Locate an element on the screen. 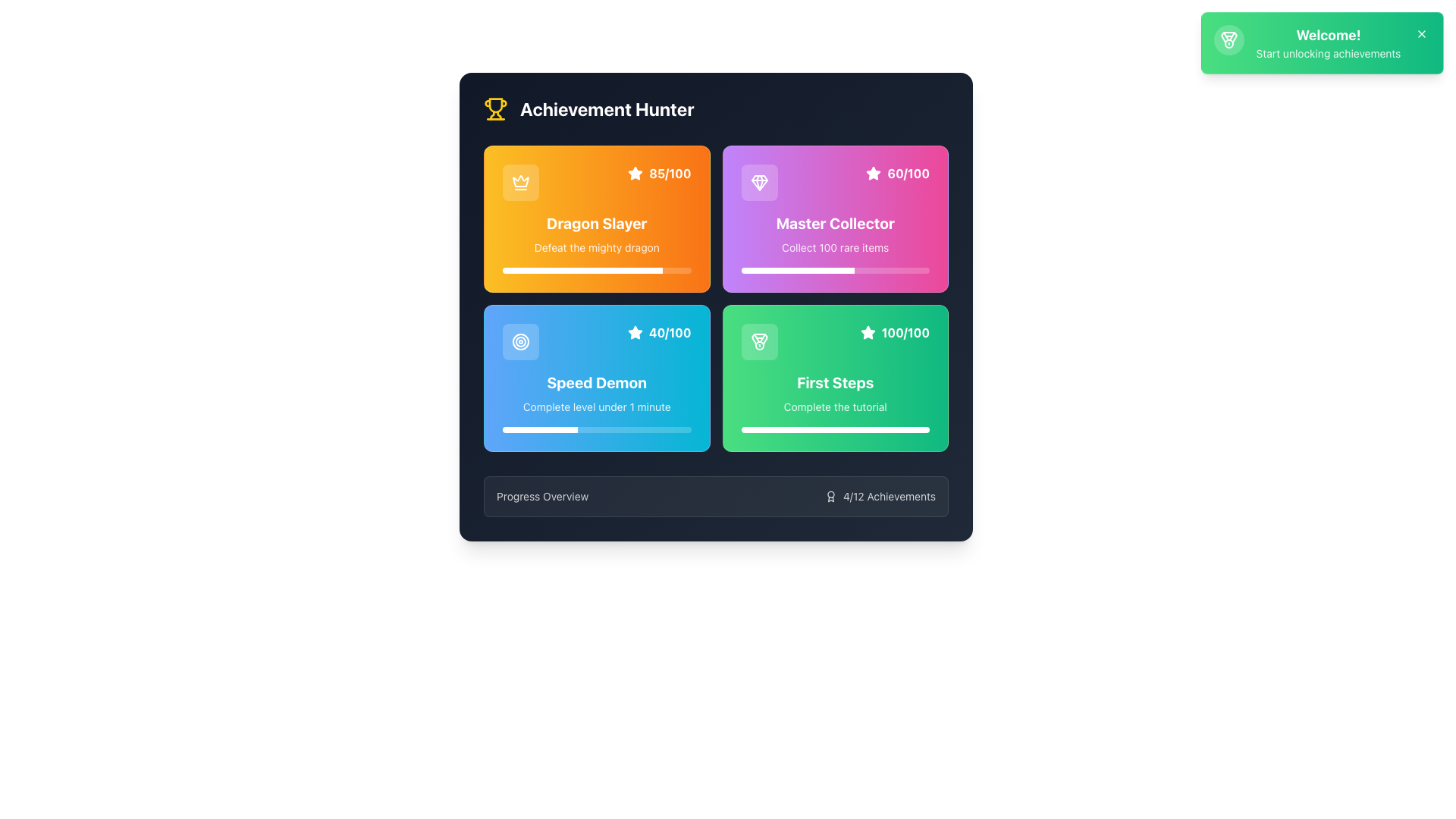  the achievement icon in the top-left corner of the 'Achievement Hunter' card, which visually represents achievements or awards is located at coordinates (520, 180).